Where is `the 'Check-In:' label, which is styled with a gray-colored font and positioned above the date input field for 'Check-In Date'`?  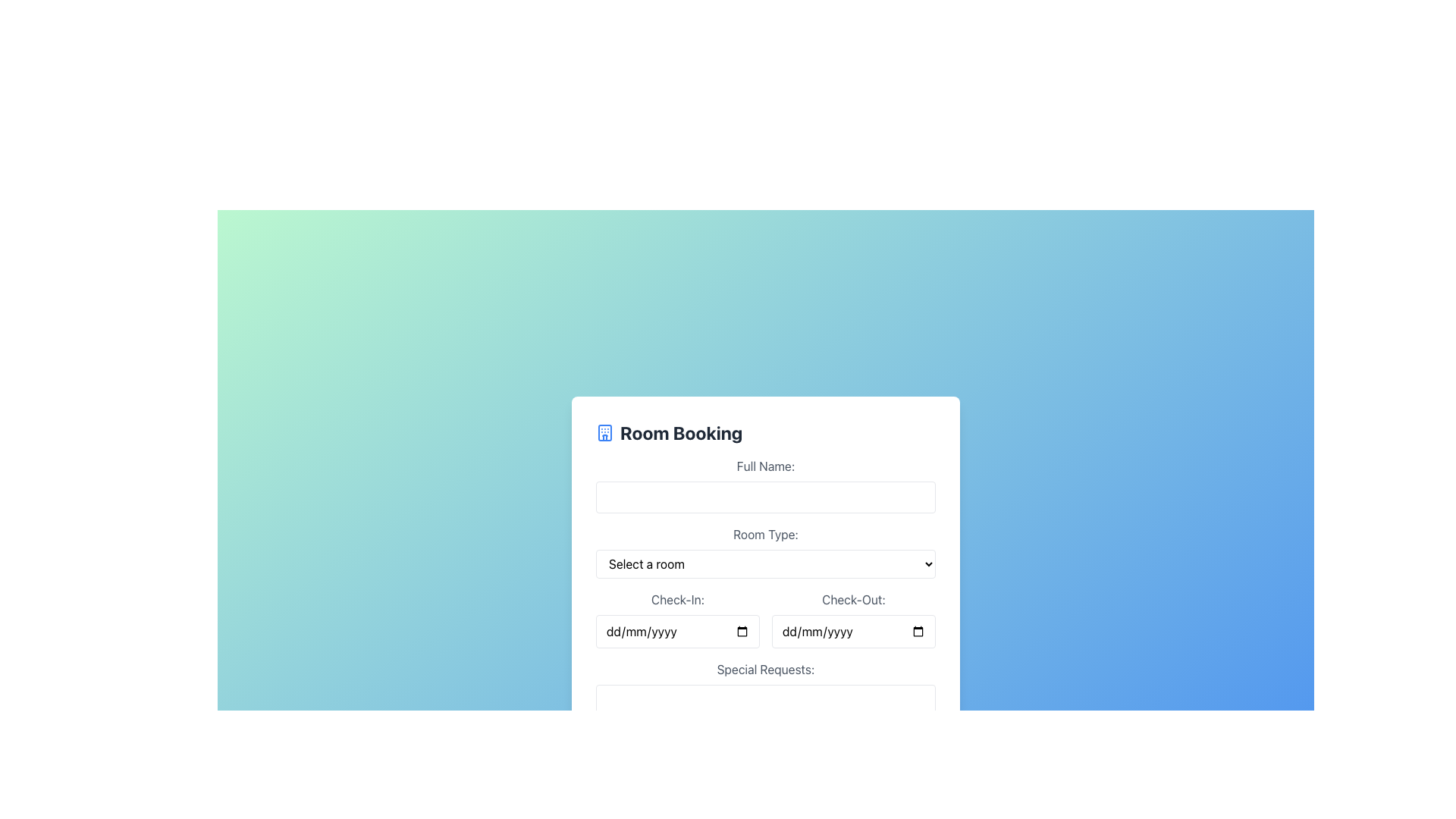
the 'Check-In:' label, which is styled with a gray-colored font and positioned above the date input field for 'Check-In Date' is located at coordinates (676, 598).